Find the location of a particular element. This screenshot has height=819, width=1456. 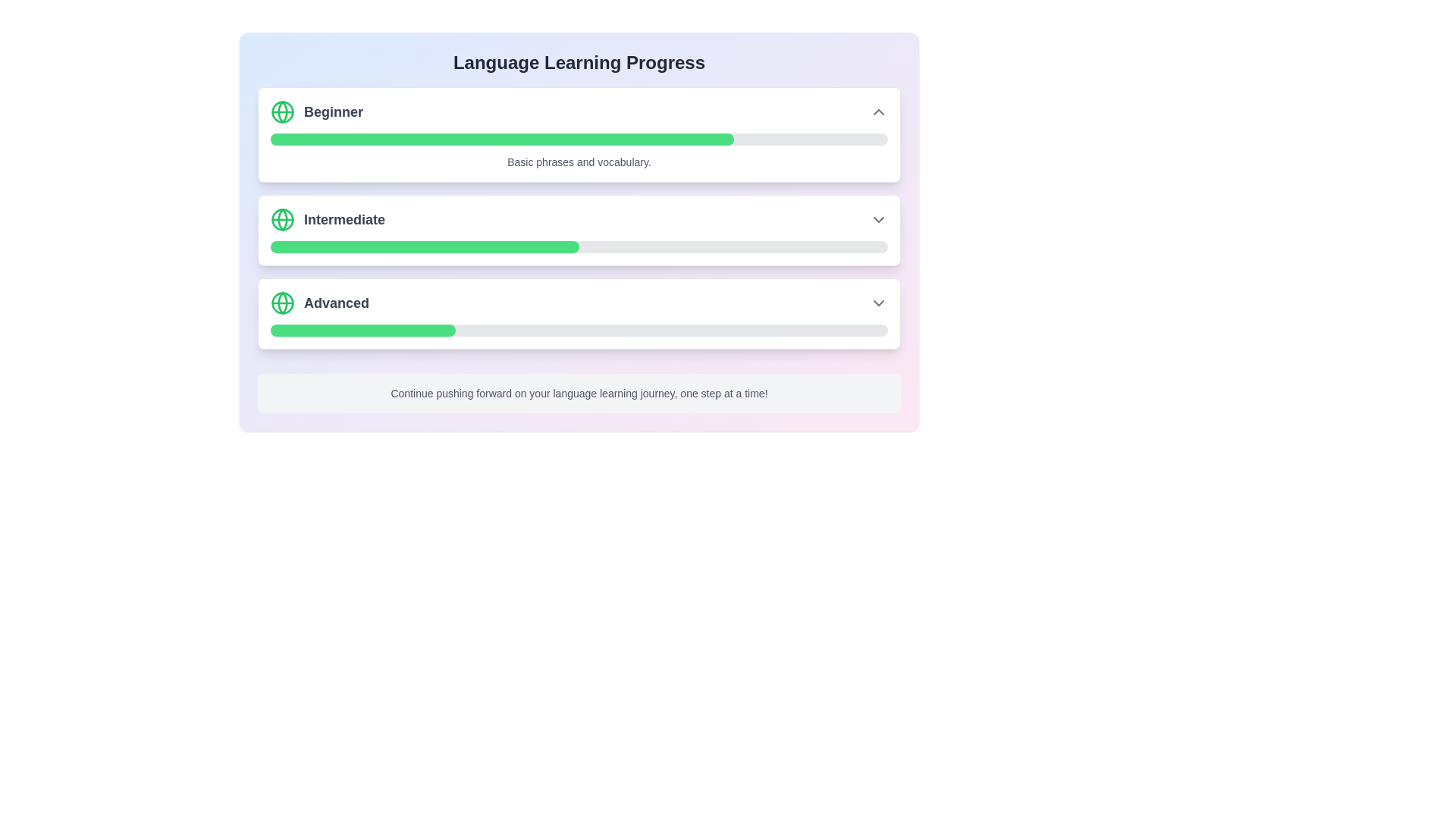

the Progress indicator (filled segment) in the 'Beginner' section of the Language Learning Progress interface, which is visually represented as a filled segment aligned to the left and stretching across 75% of its width is located at coordinates (502, 140).